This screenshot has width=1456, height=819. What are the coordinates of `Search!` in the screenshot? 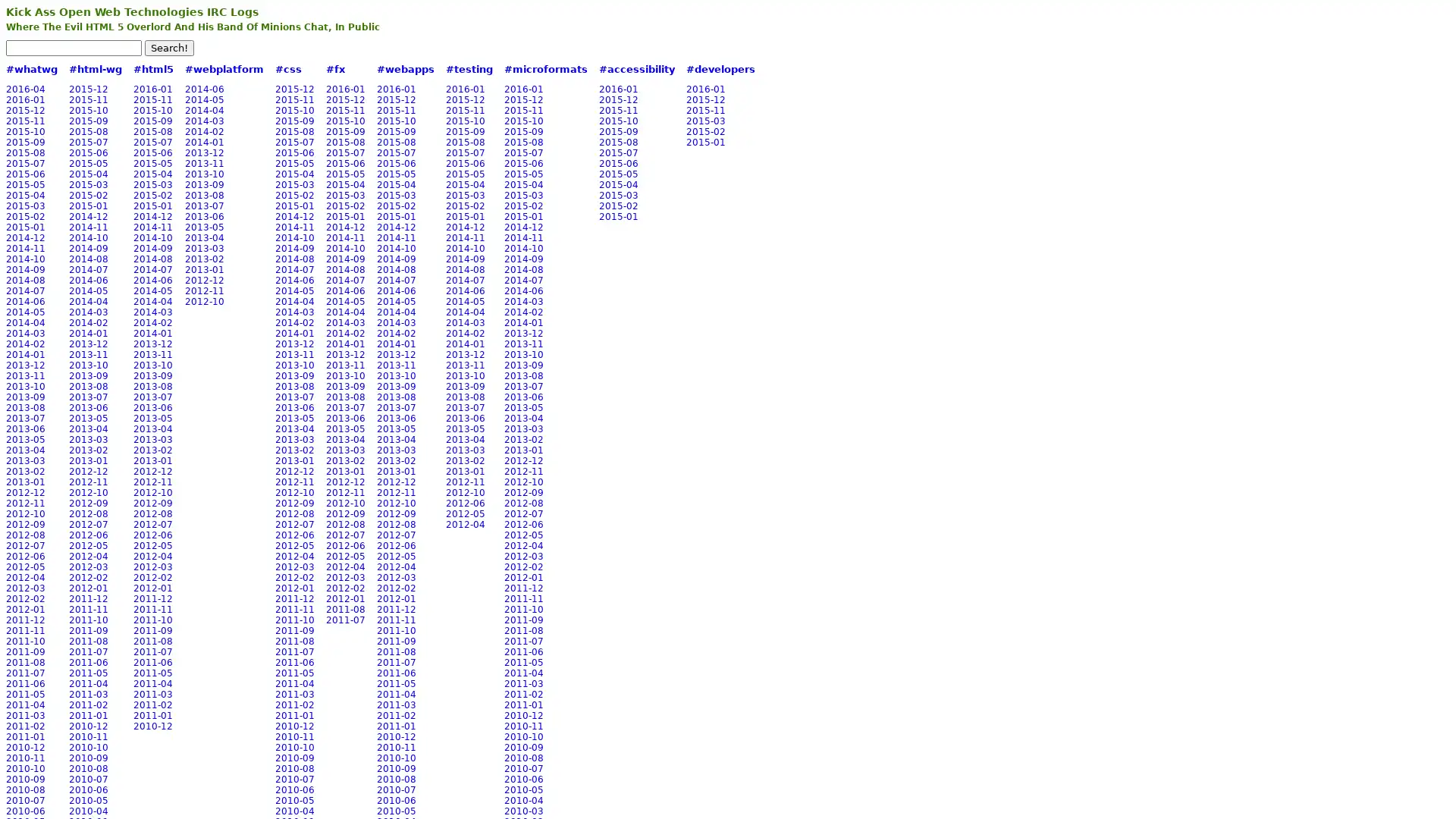 It's located at (169, 47).